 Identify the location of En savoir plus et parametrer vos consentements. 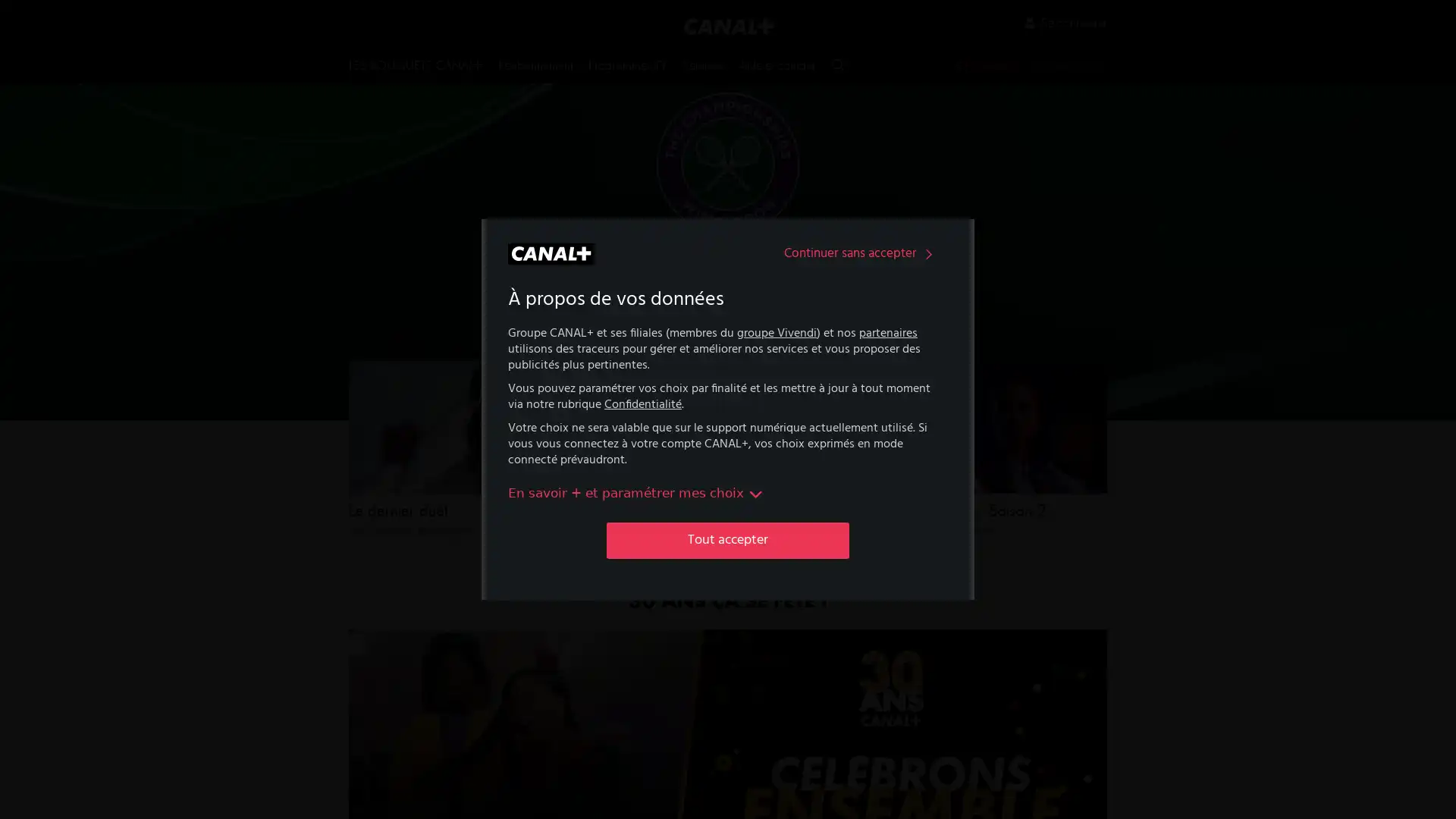
(637, 493).